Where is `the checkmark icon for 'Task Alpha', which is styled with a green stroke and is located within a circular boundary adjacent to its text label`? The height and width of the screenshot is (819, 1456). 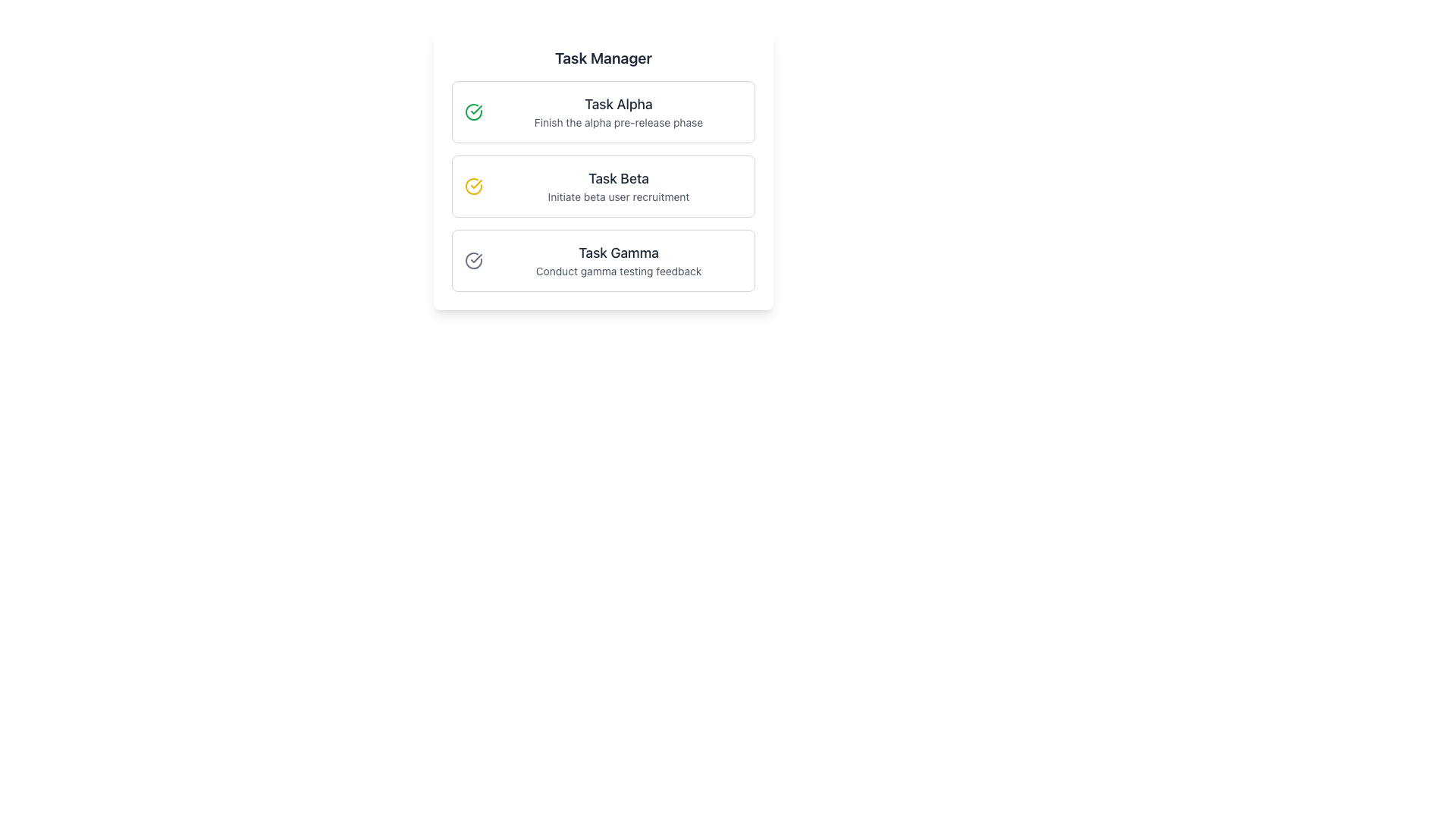
the checkmark icon for 'Task Alpha', which is styled with a green stroke and is located within a circular boundary adjacent to its text label is located at coordinates (475, 109).